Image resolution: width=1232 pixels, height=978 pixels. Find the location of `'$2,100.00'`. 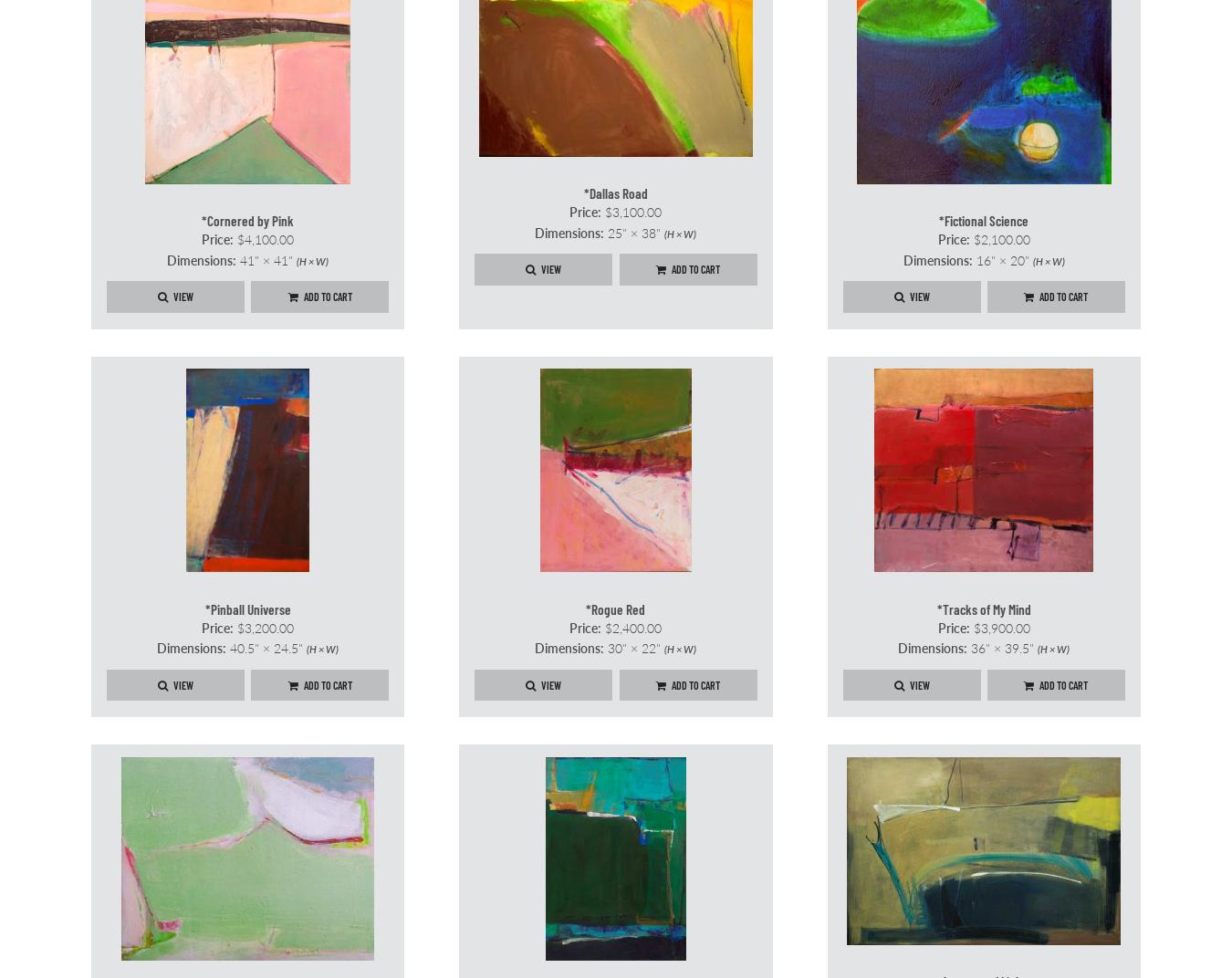

'$2,100.00' is located at coordinates (998, 238).